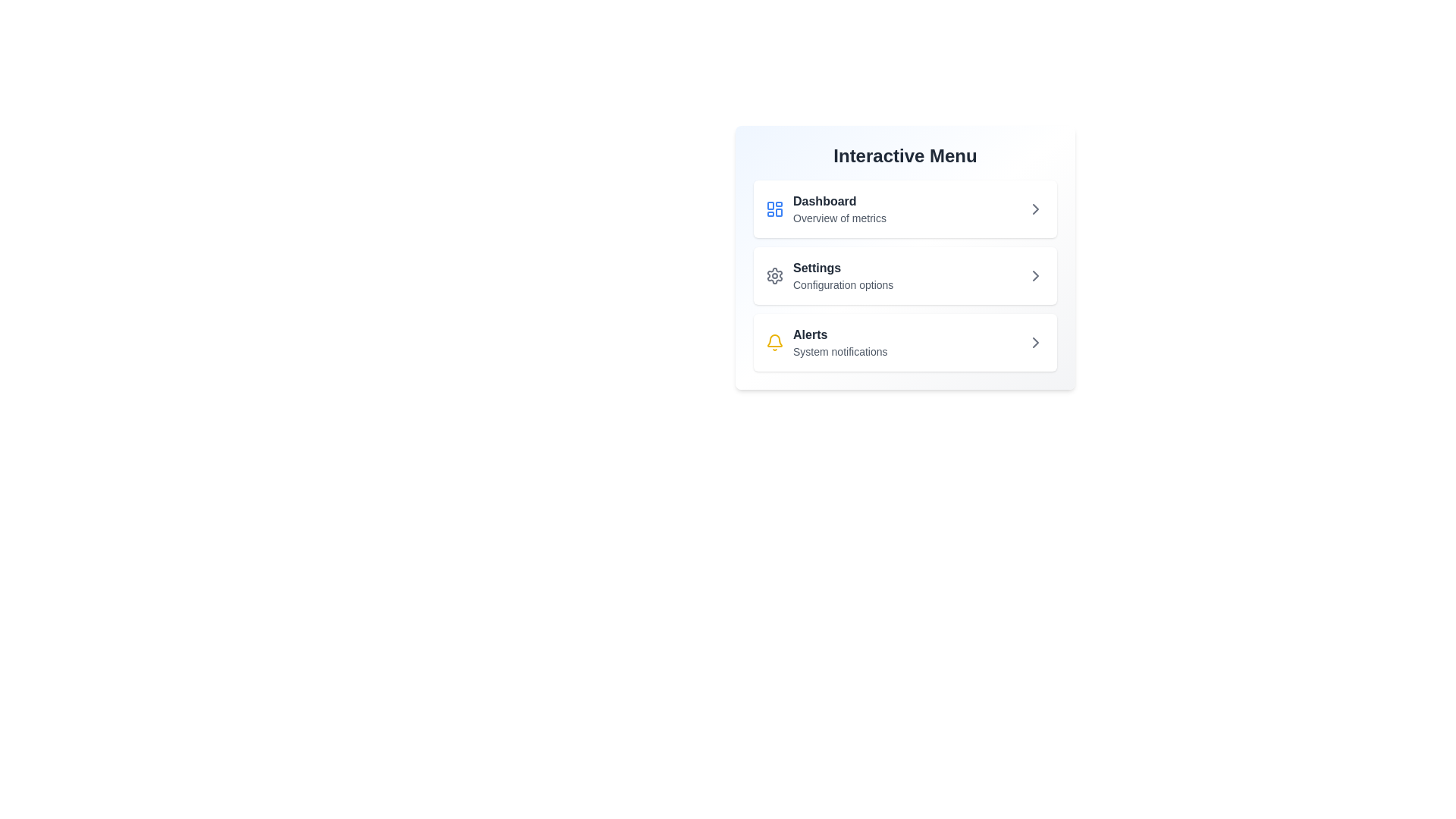 The image size is (1456, 819). What do you see at coordinates (826, 342) in the screenshot?
I see `the 'Alerts' menu item, which features a yellow bell icon and contains the text 'Alerts' in bold and 'System notifications' in smaller gray font` at bounding box center [826, 342].